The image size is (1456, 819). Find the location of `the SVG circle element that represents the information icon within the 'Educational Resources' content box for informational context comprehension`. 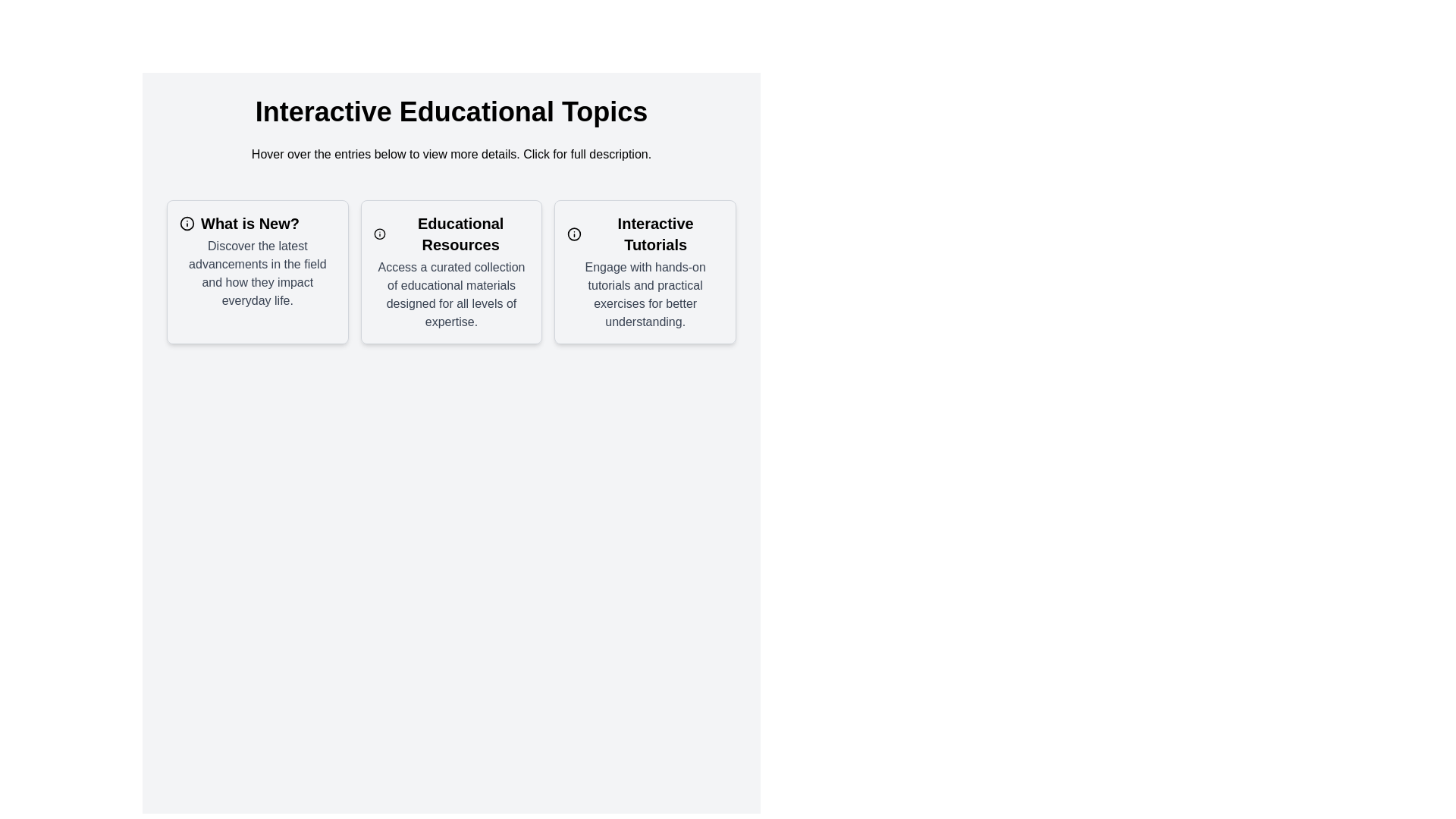

the SVG circle element that represents the information icon within the 'Educational Resources' content box for informational context comprehension is located at coordinates (573, 234).